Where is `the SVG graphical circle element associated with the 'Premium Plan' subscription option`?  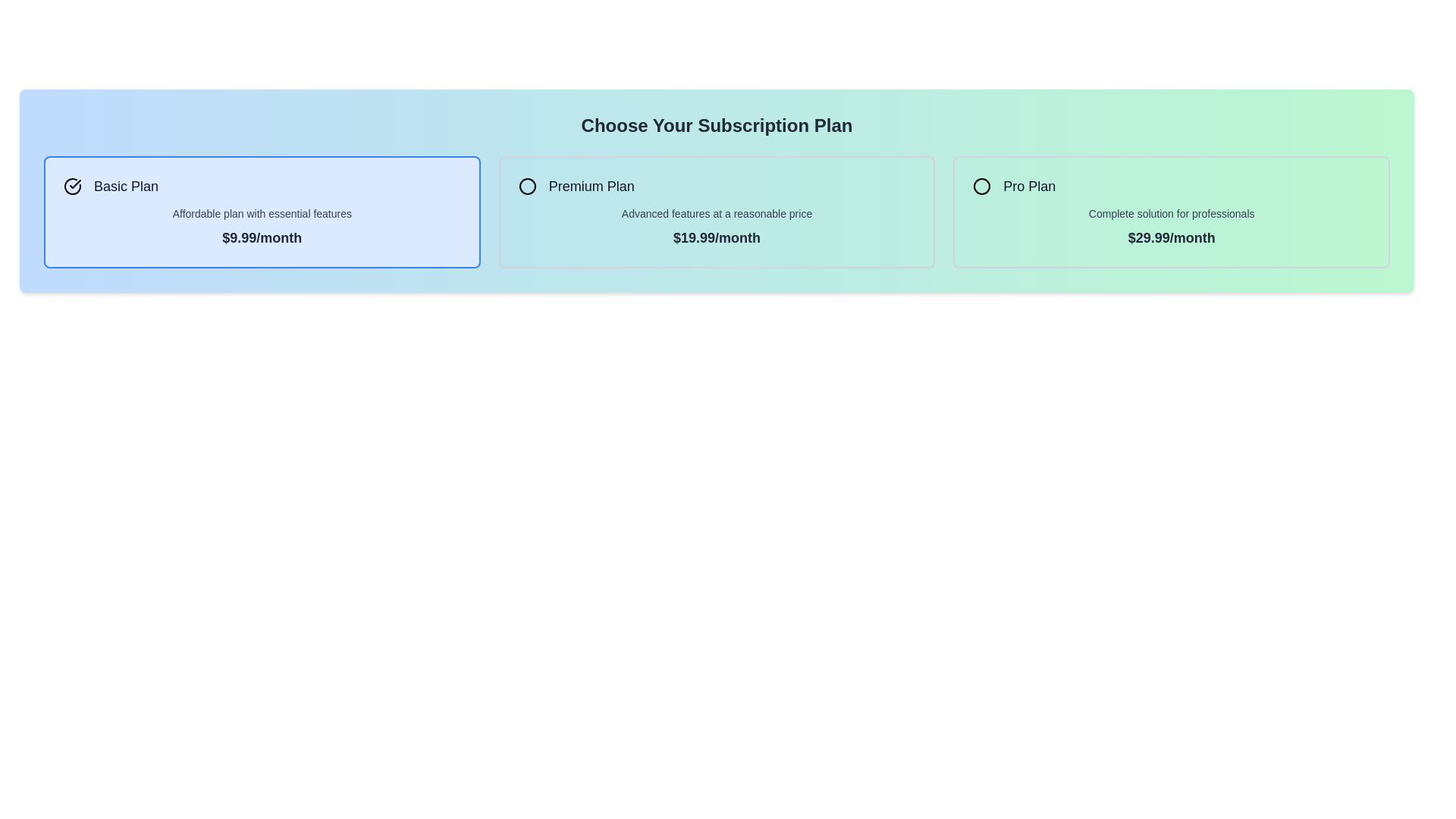
the SVG graphical circle element associated with the 'Premium Plan' subscription option is located at coordinates (527, 186).